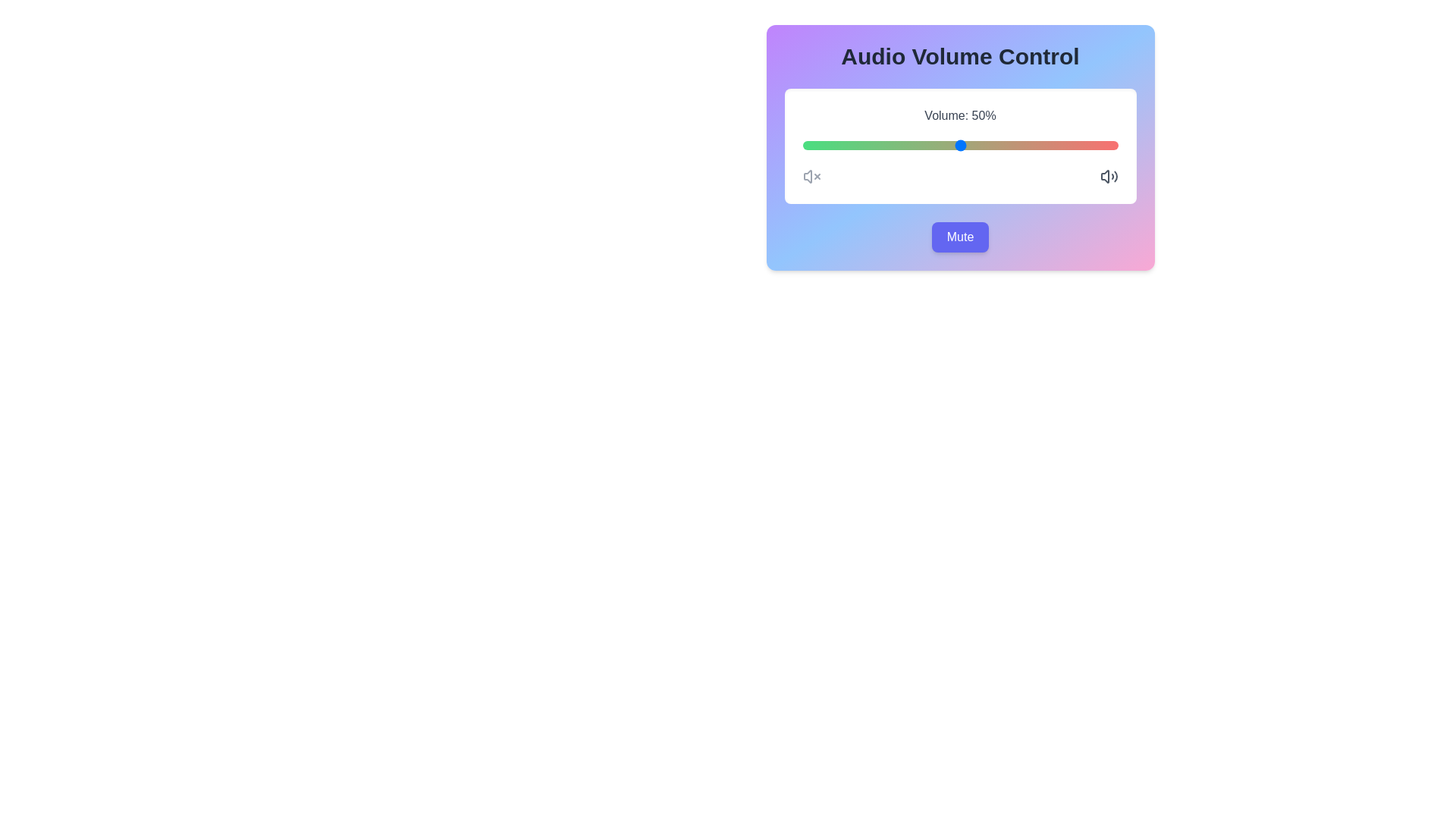 Image resolution: width=1456 pixels, height=819 pixels. Describe the element at coordinates (833, 146) in the screenshot. I see `the volume slider to 10%` at that location.